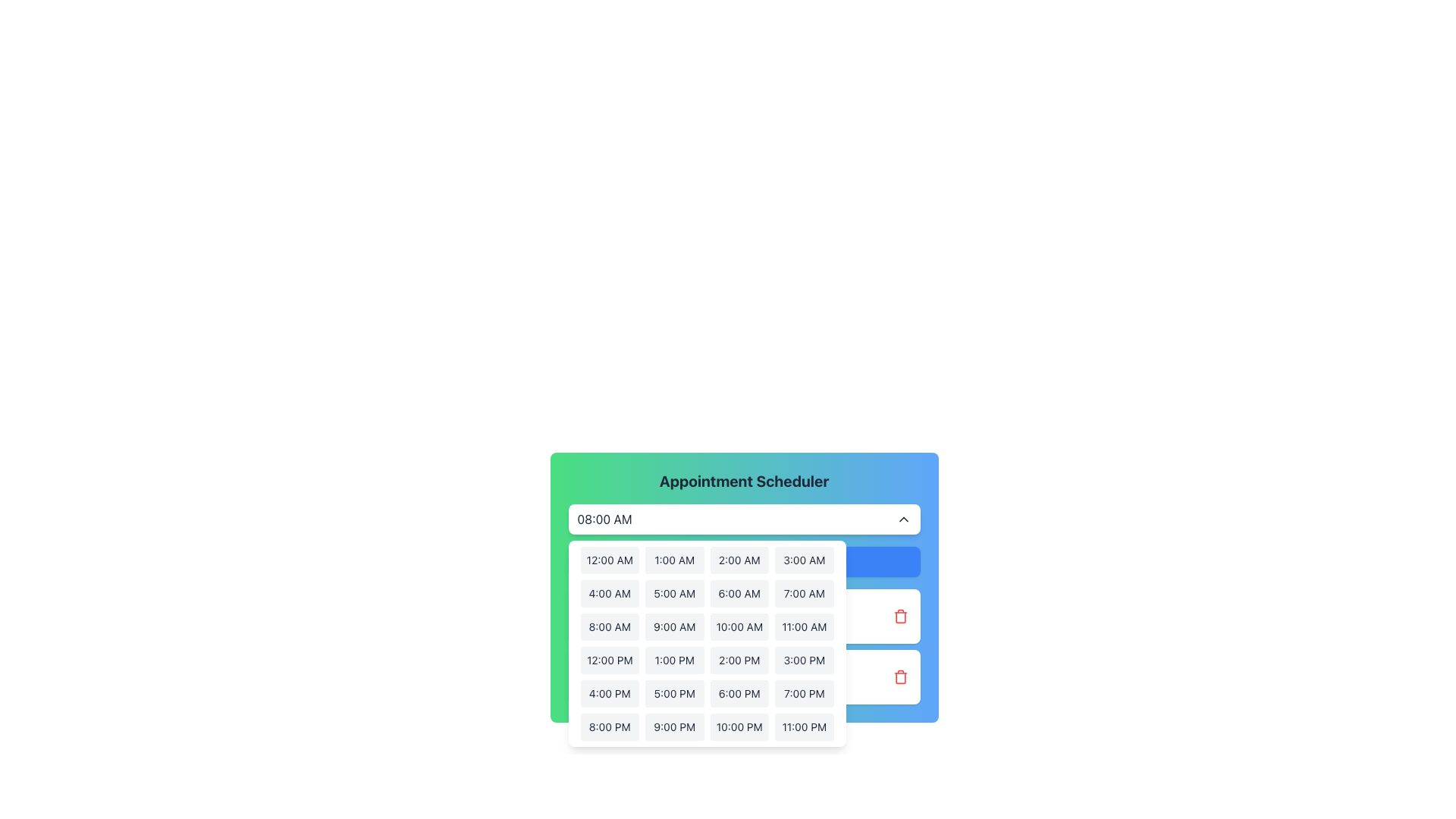  Describe the element at coordinates (739, 560) in the screenshot. I see `the button labeled '2:00 AM' which is the third item in the first row of the grid layout` at that location.